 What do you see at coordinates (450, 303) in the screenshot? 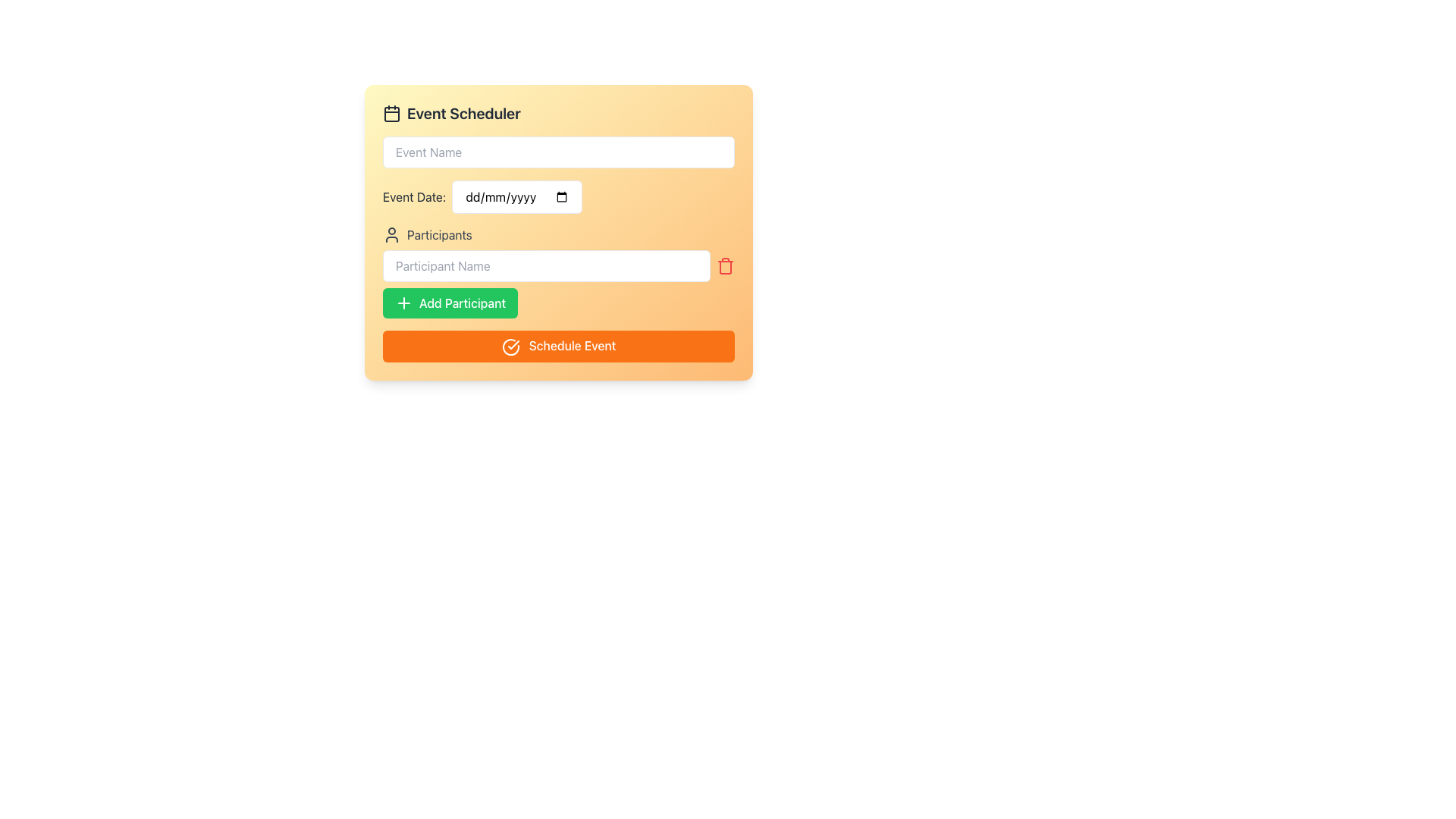
I see `keyboard navigation` at bounding box center [450, 303].